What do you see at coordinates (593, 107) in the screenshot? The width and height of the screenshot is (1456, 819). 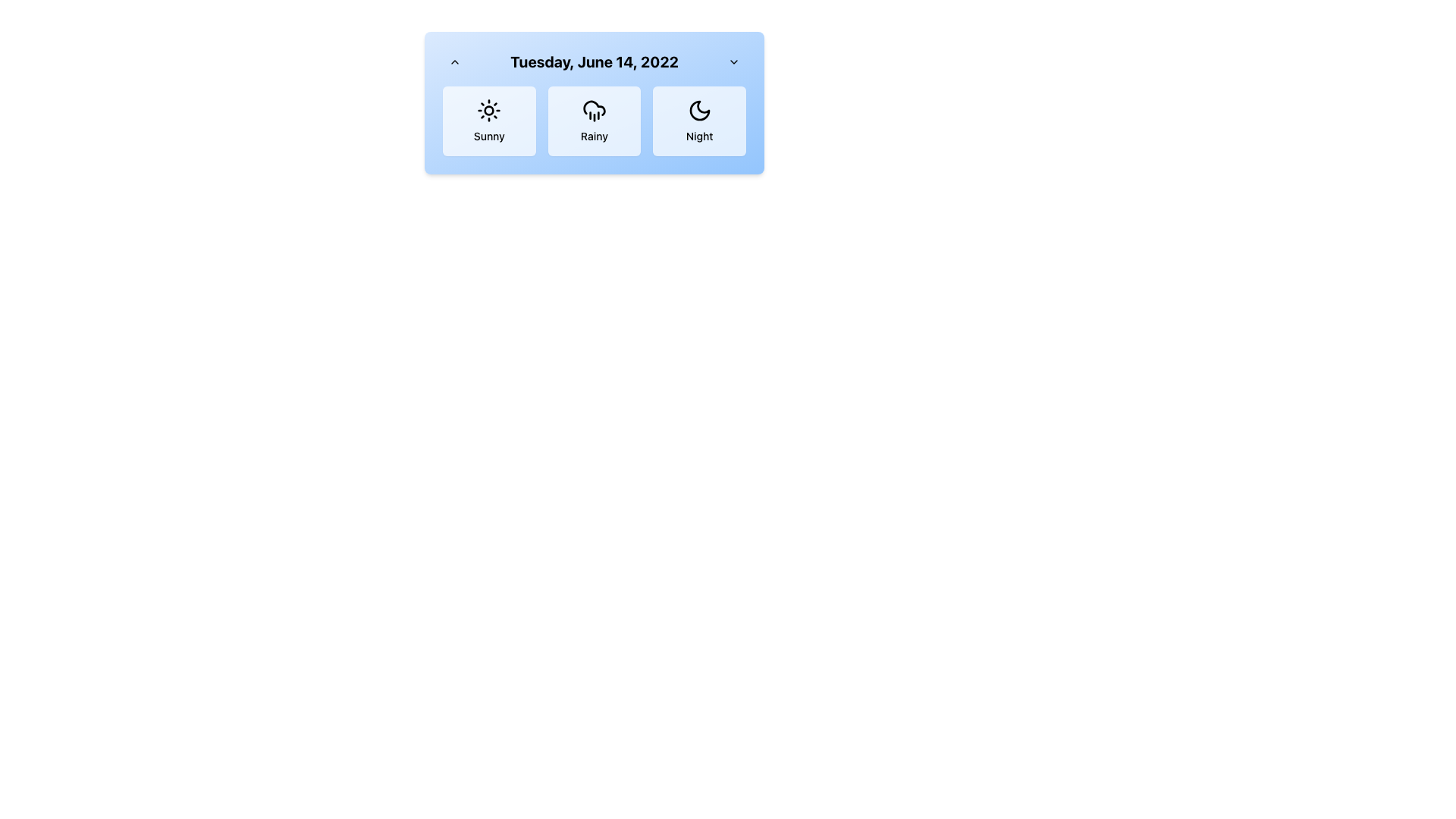 I see `the 'rainy' weather icon` at bounding box center [593, 107].